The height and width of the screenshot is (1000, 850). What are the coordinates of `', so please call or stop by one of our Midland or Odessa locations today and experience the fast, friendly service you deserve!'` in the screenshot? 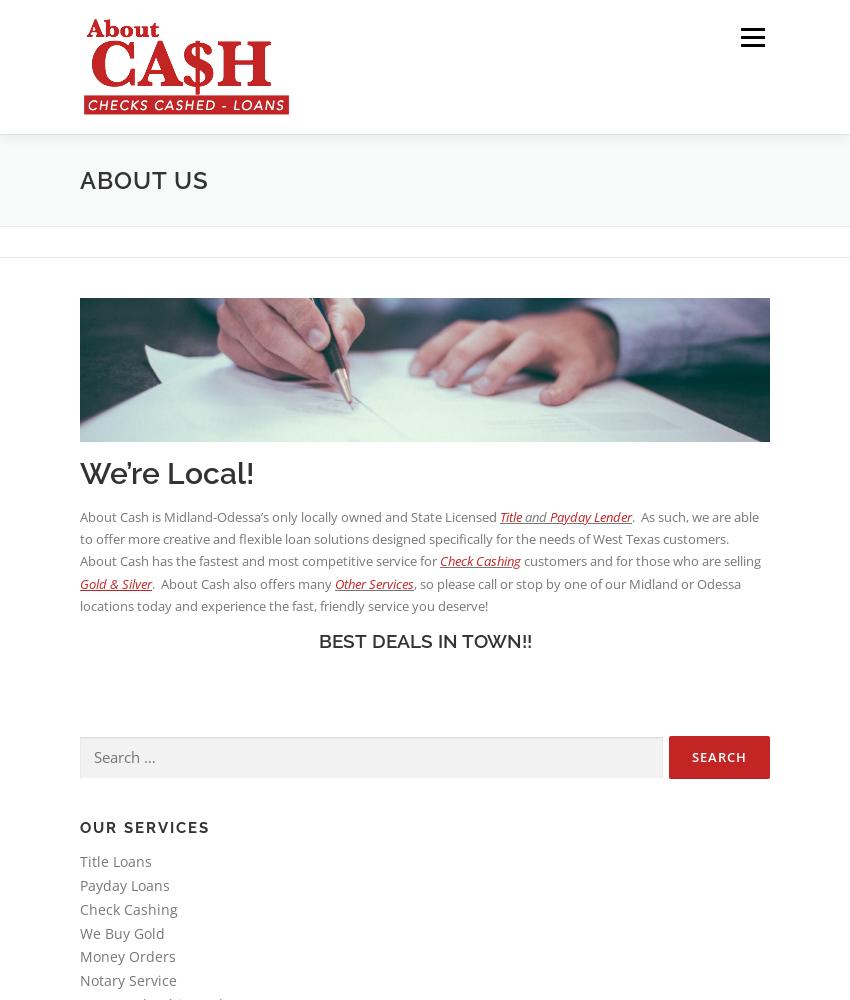 It's located at (410, 593).